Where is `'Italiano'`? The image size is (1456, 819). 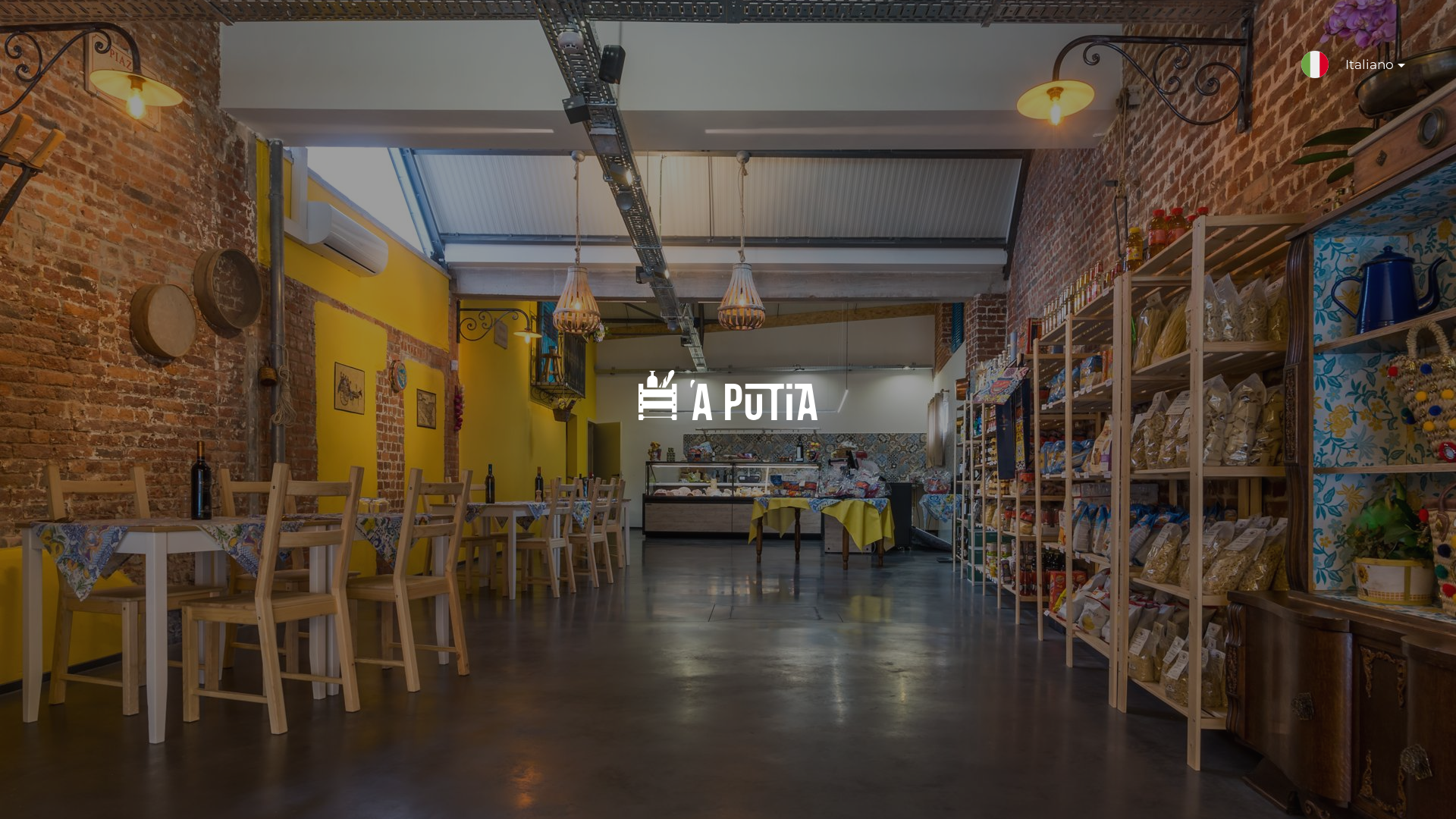 'Italiano' is located at coordinates (1368, 72).